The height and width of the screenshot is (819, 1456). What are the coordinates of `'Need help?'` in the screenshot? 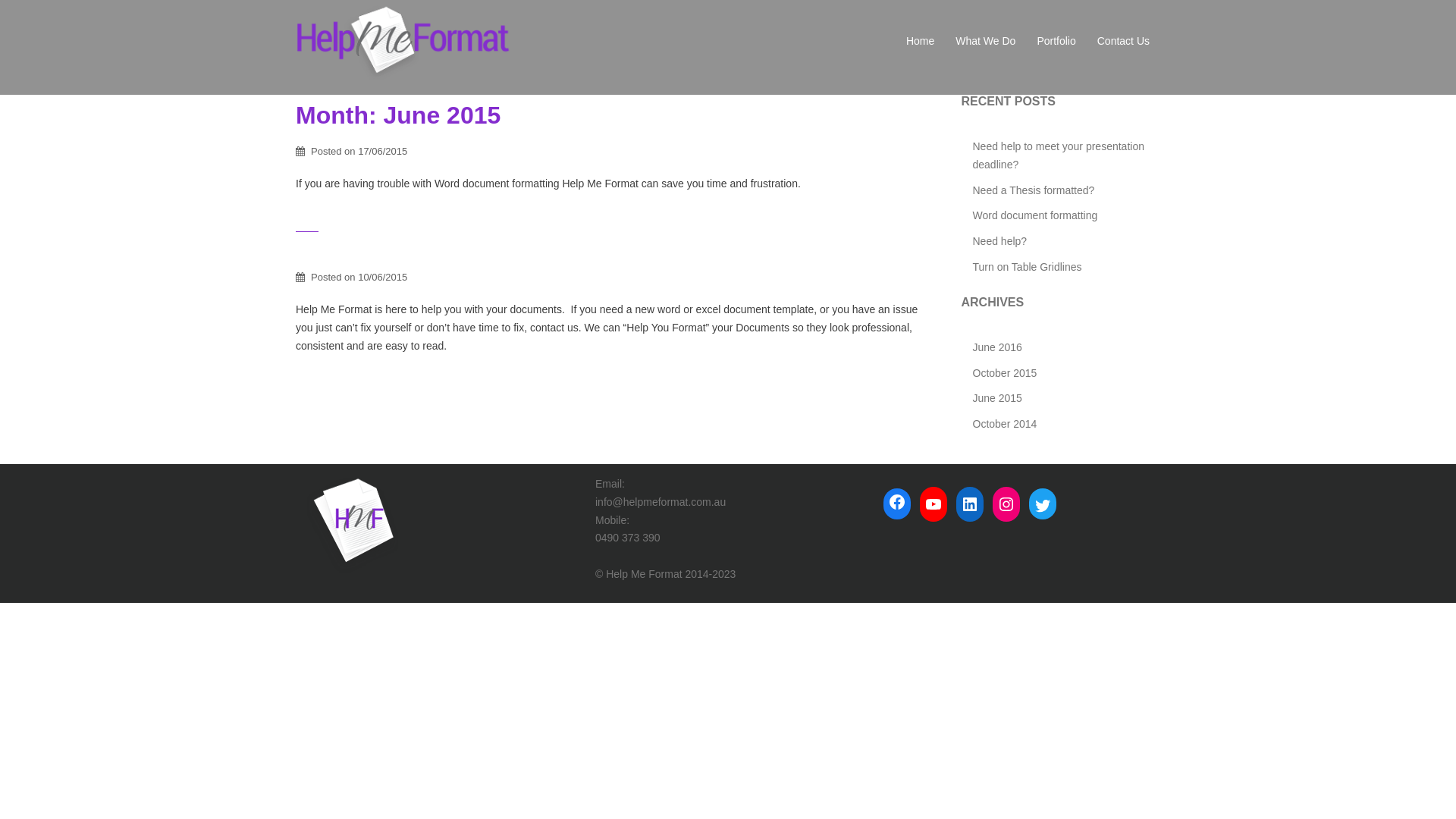 It's located at (999, 240).